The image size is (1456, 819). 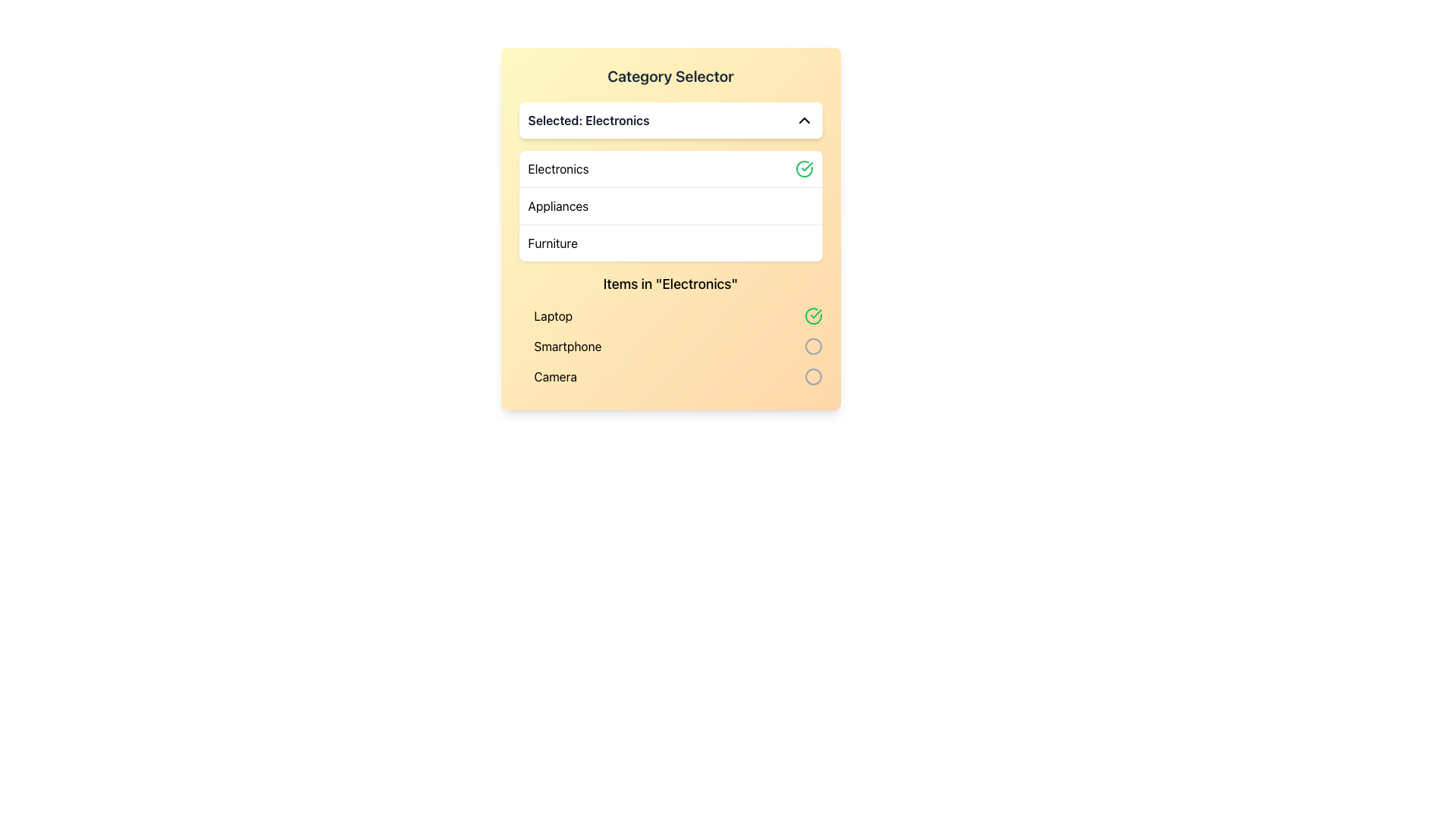 What do you see at coordinates (554, 376) in the screenshot?
I see `the 'Camera' text label in the 'Electronics' category` at bounding box center [554, 376].